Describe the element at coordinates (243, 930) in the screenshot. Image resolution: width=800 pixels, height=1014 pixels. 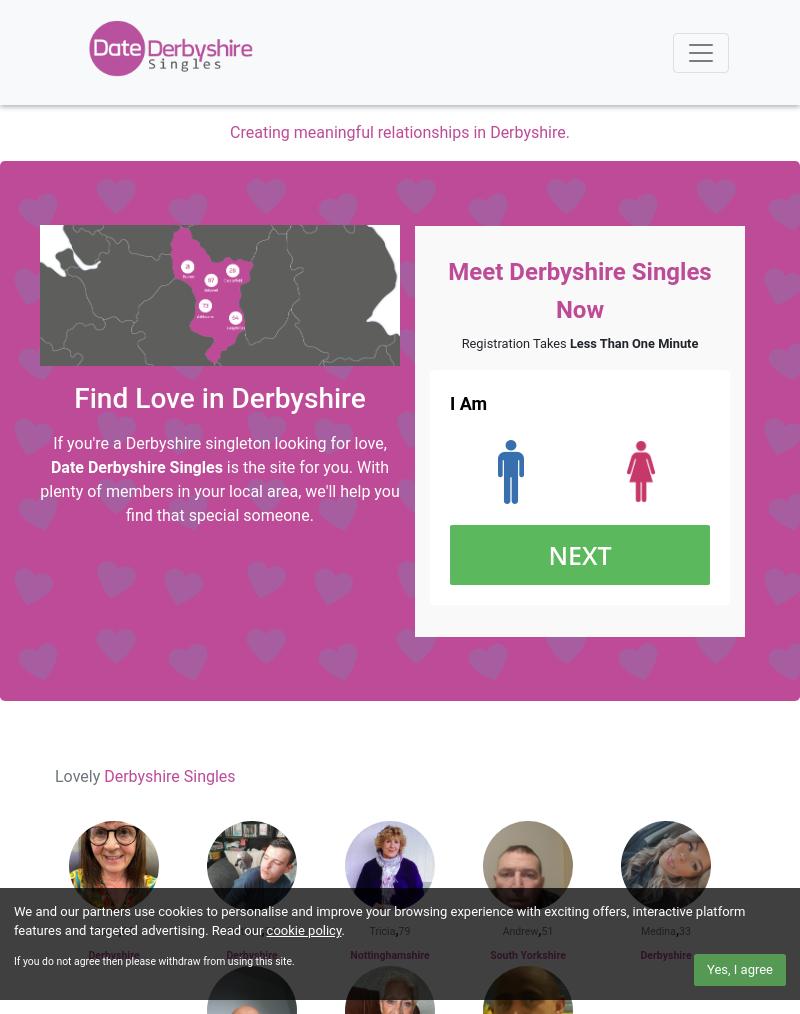
I see `'Nathan'` at that location.